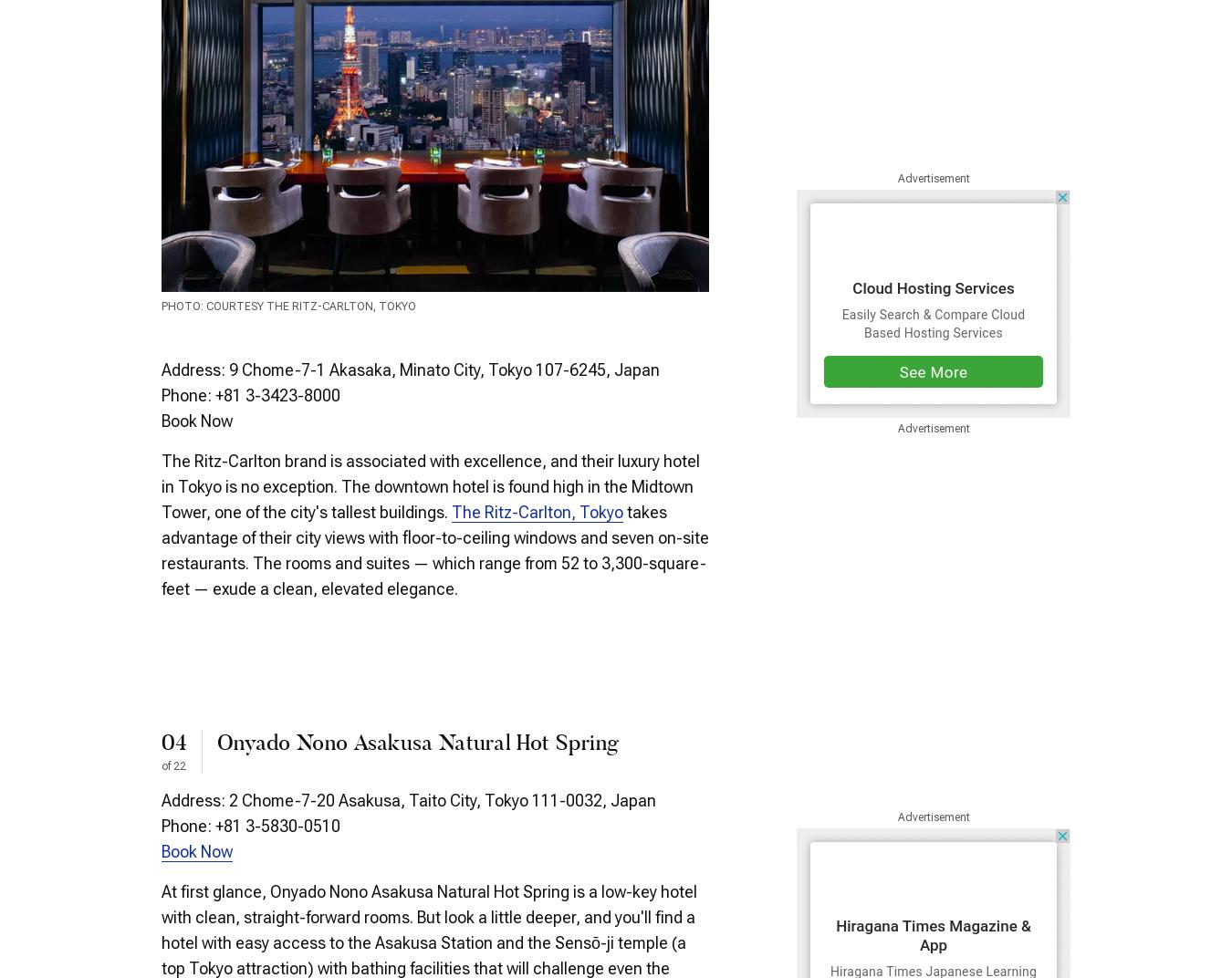 This screenshot has height=978, width=1232. Describe the element at coordinates (173, 743) in the screenshot. I see `'04'` at that location.